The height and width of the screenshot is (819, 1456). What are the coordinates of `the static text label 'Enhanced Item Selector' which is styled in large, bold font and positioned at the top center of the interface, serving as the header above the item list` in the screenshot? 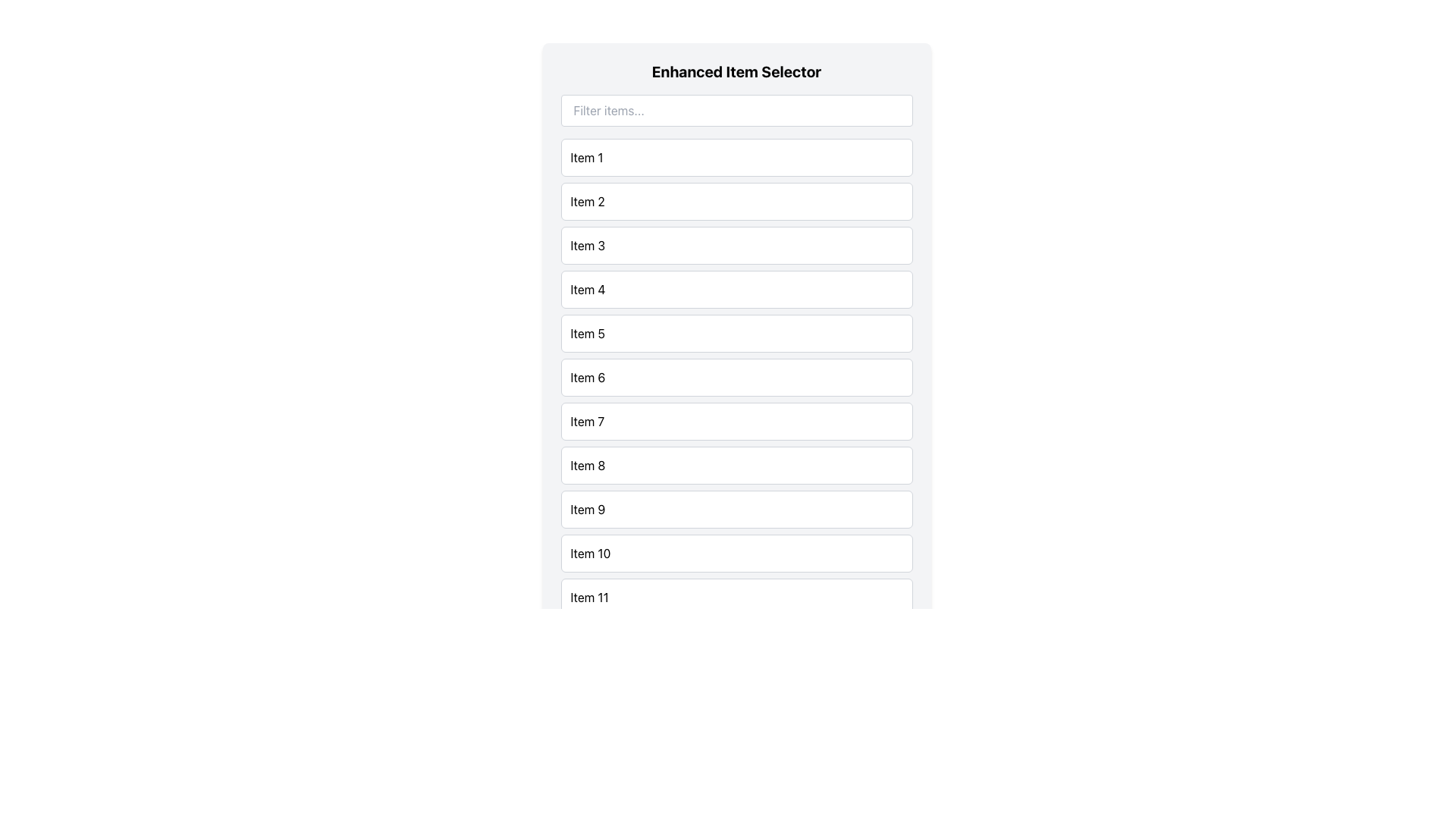 It's located at (736, 72).